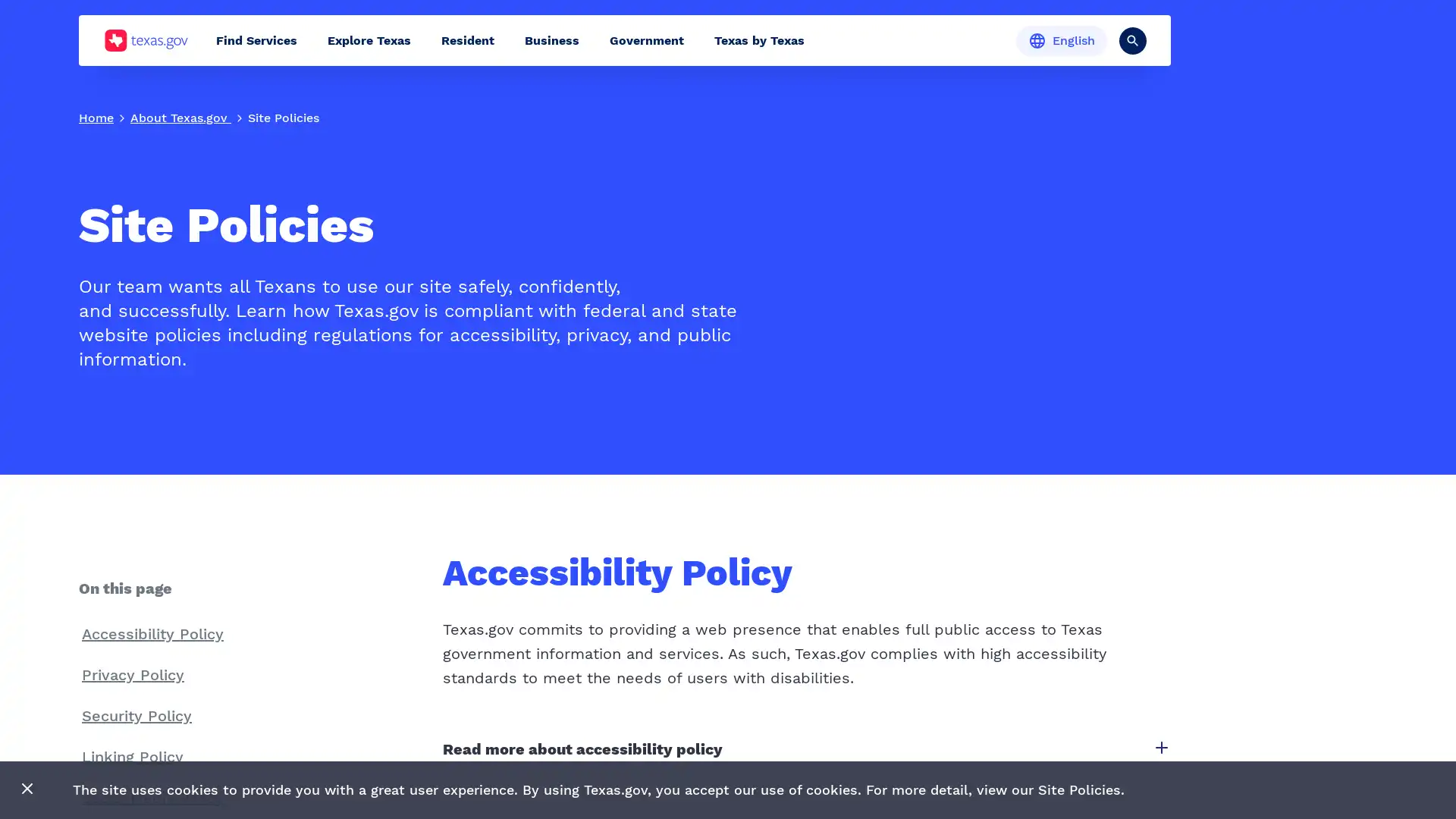 The width and height of the screenshot is (1456, 819). Describe the element at coordinates (27, 789) in the screenshot. I see `Close` at that location.